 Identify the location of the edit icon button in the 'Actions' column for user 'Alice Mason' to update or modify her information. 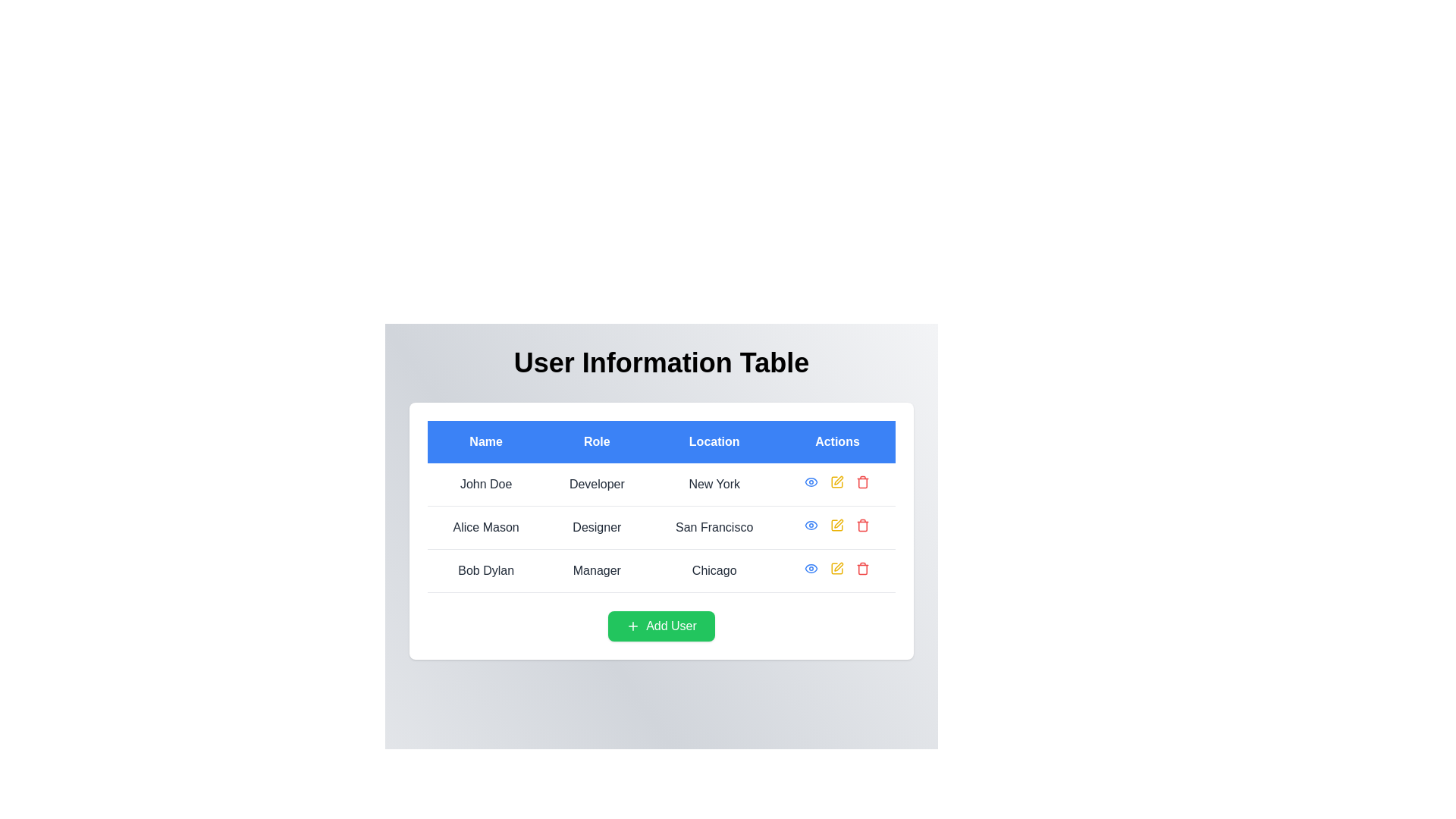
(836, 482).